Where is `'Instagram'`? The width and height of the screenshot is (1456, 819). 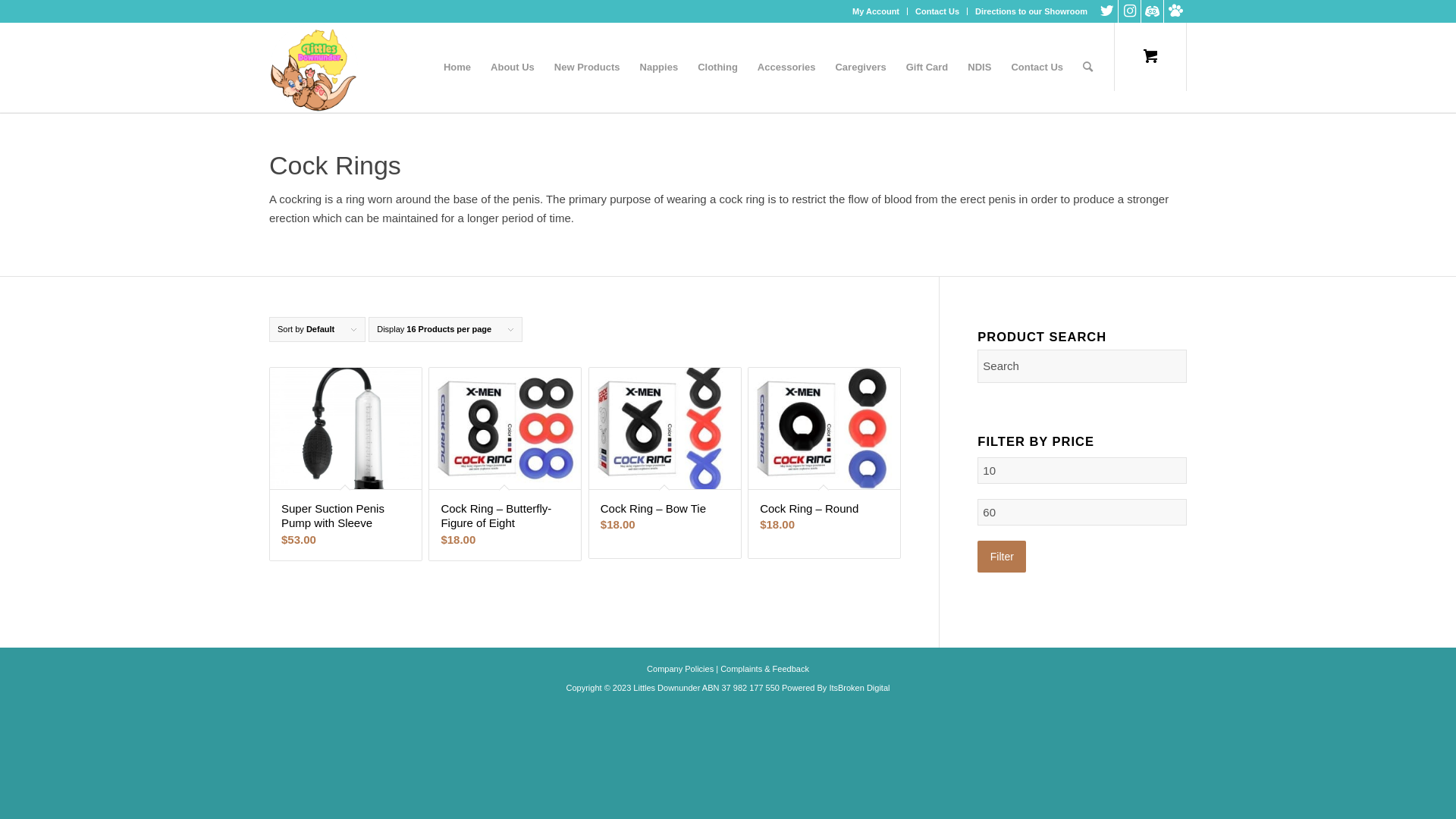 'Instagram' is located at coordinates (1129, 11).